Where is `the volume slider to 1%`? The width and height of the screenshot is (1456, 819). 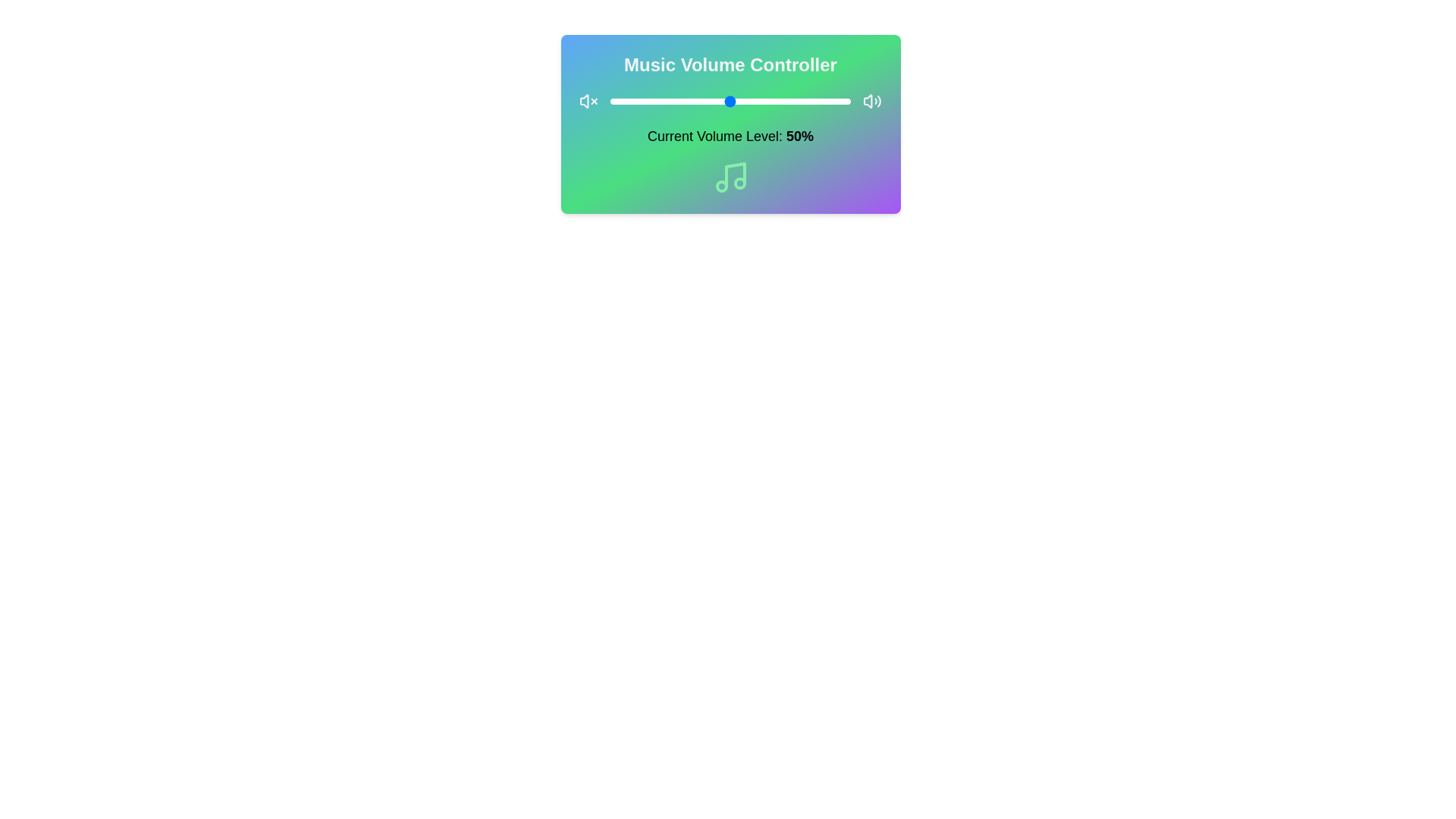 the volume slider to 1% is located at coordinates (613, 102).